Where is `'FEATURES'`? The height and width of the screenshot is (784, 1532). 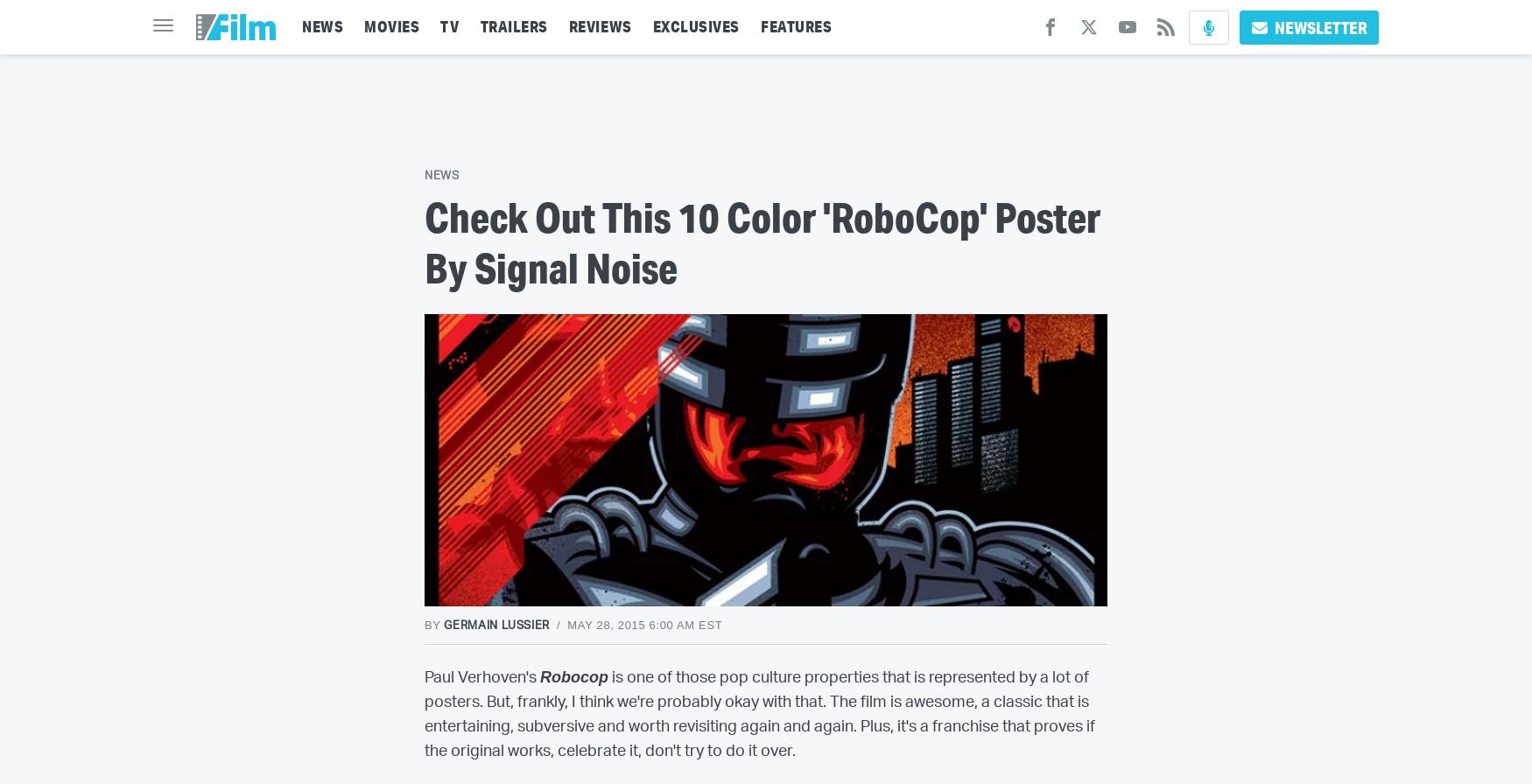
'FEATURES' is located at coordinates (795, 26).